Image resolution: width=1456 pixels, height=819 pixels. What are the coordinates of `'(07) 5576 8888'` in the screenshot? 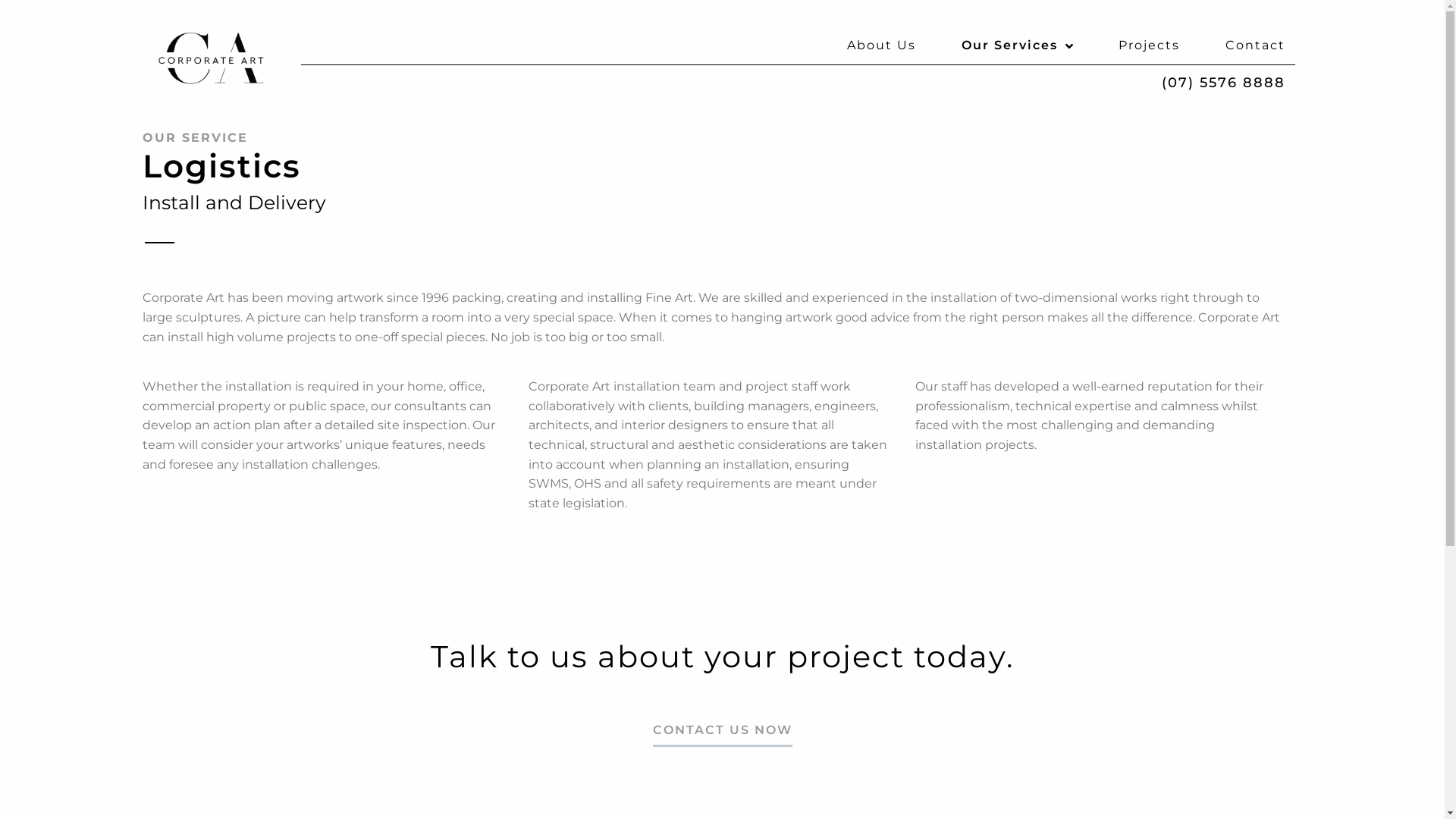 It's located at (1223, 82).